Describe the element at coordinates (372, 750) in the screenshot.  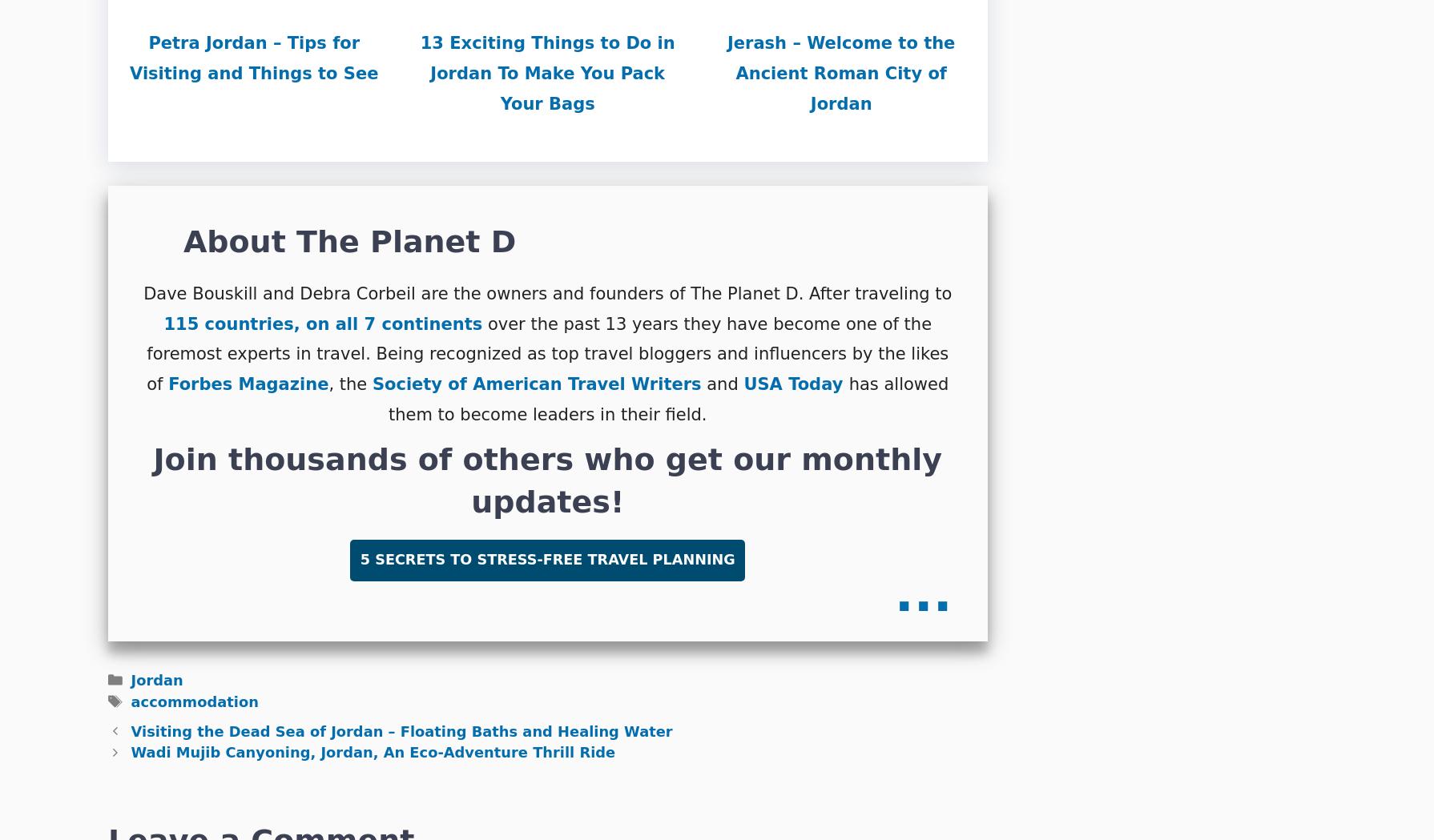
I see `'Wadi Mujib Canyoning, Jordan, An Eco-Adventure Thrill Ride'` at that location.